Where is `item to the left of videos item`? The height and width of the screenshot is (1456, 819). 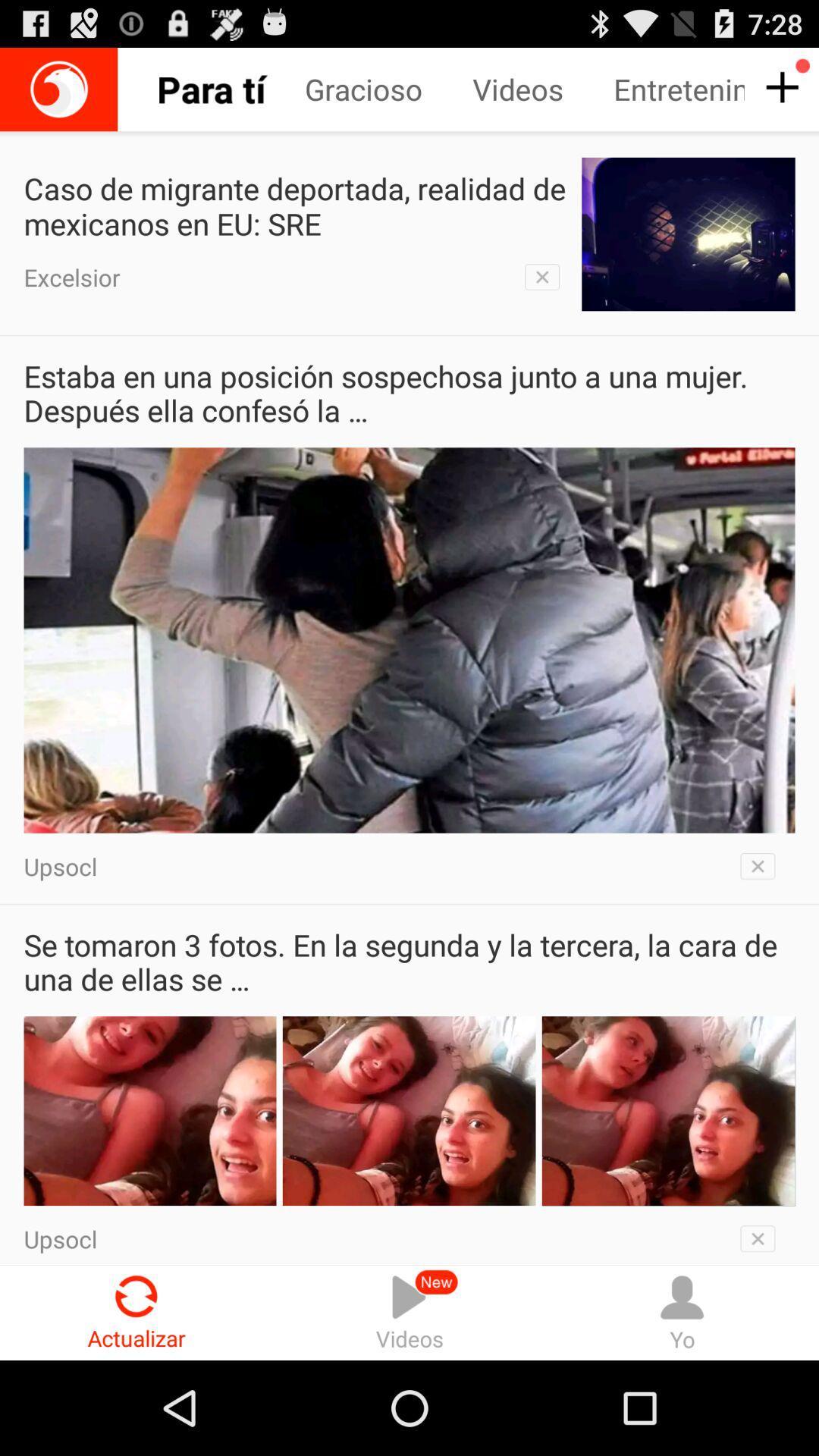
item to the left of videos item is located at coordinates (136, 1312).